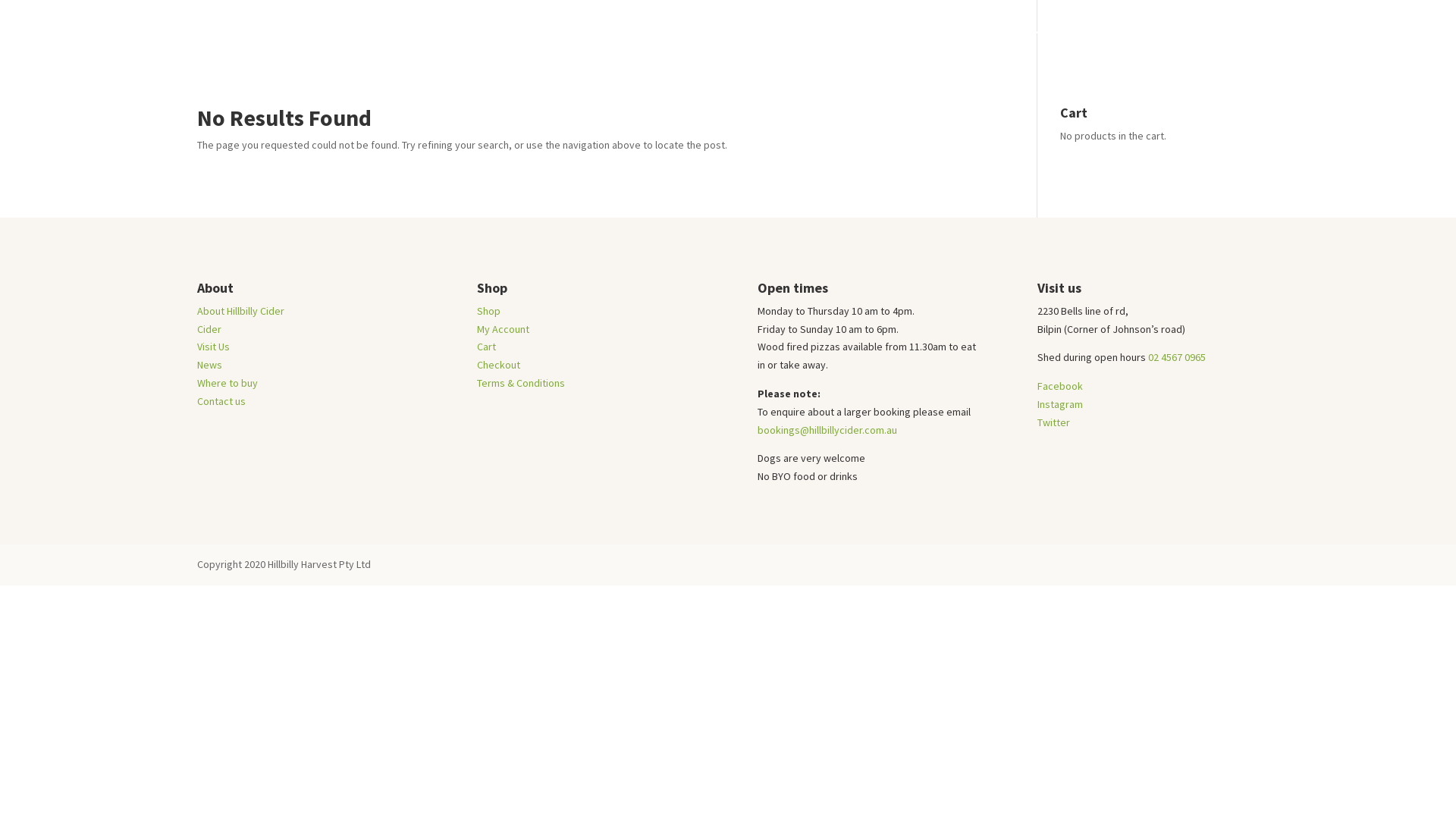  Describe the element at coordinates (818, 42) in the screenshot. I see `'Home'` at that location.